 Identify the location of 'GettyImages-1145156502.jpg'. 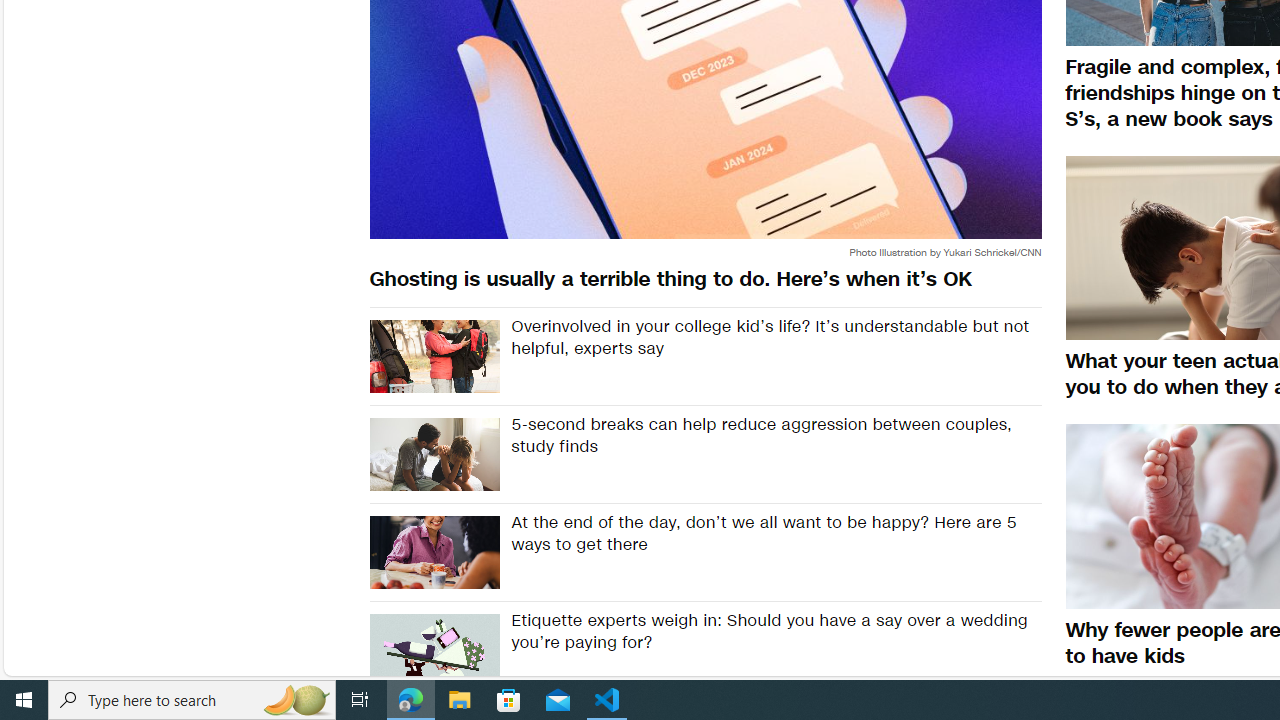
(433, 455).